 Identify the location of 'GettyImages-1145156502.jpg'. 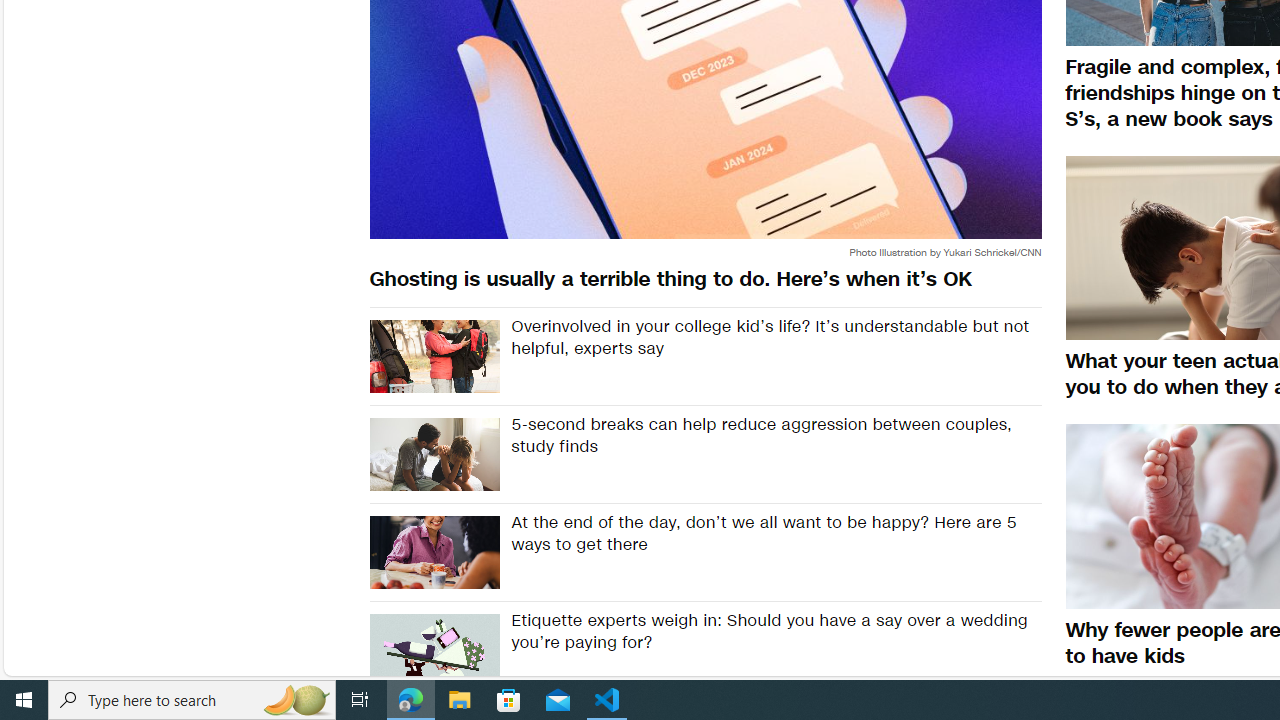
(433, 455).